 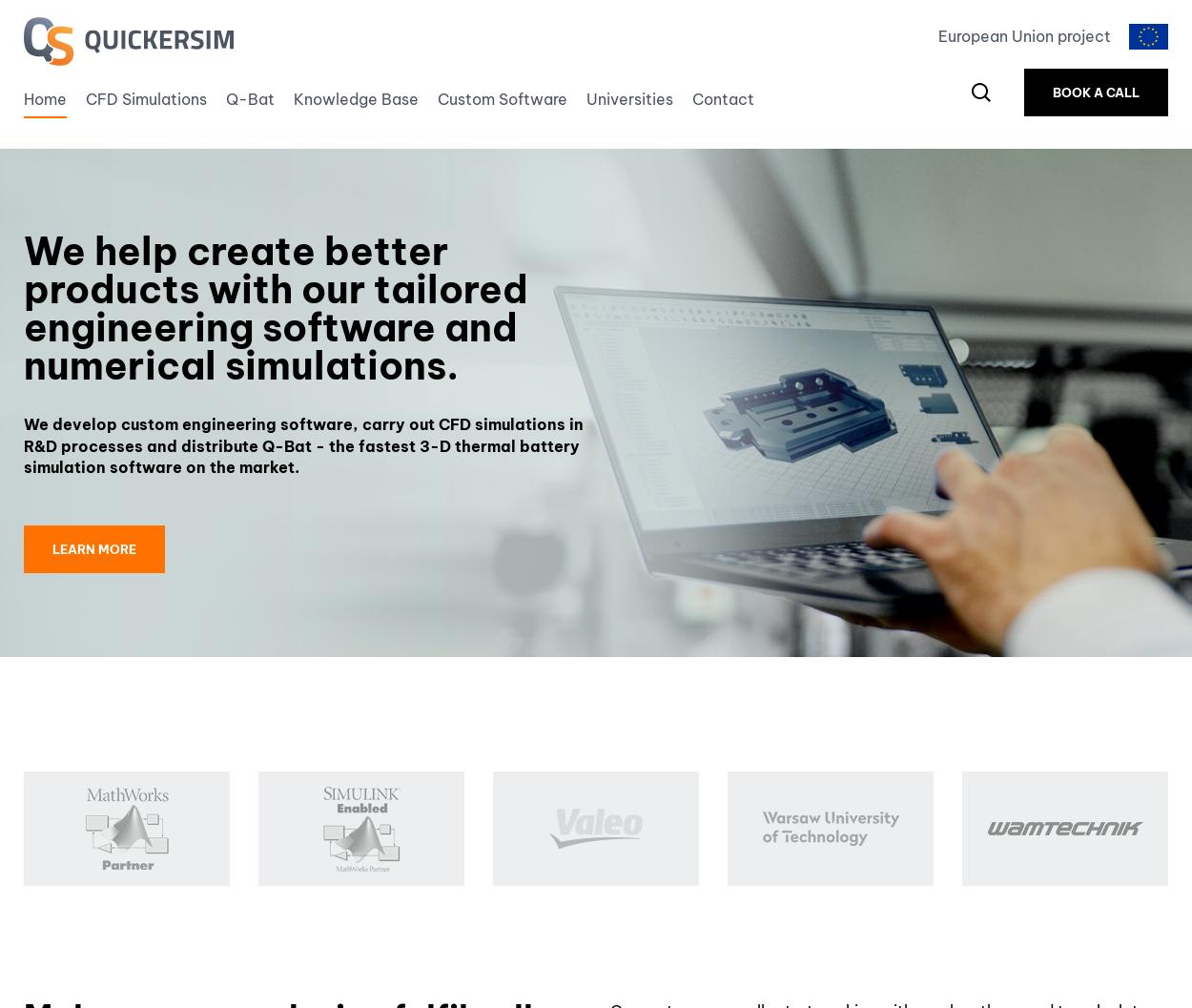 What do you see at coordinates (146, 104) in the screenshot?
I see `'CFD Simulations'` at bounding box center [146, 104].